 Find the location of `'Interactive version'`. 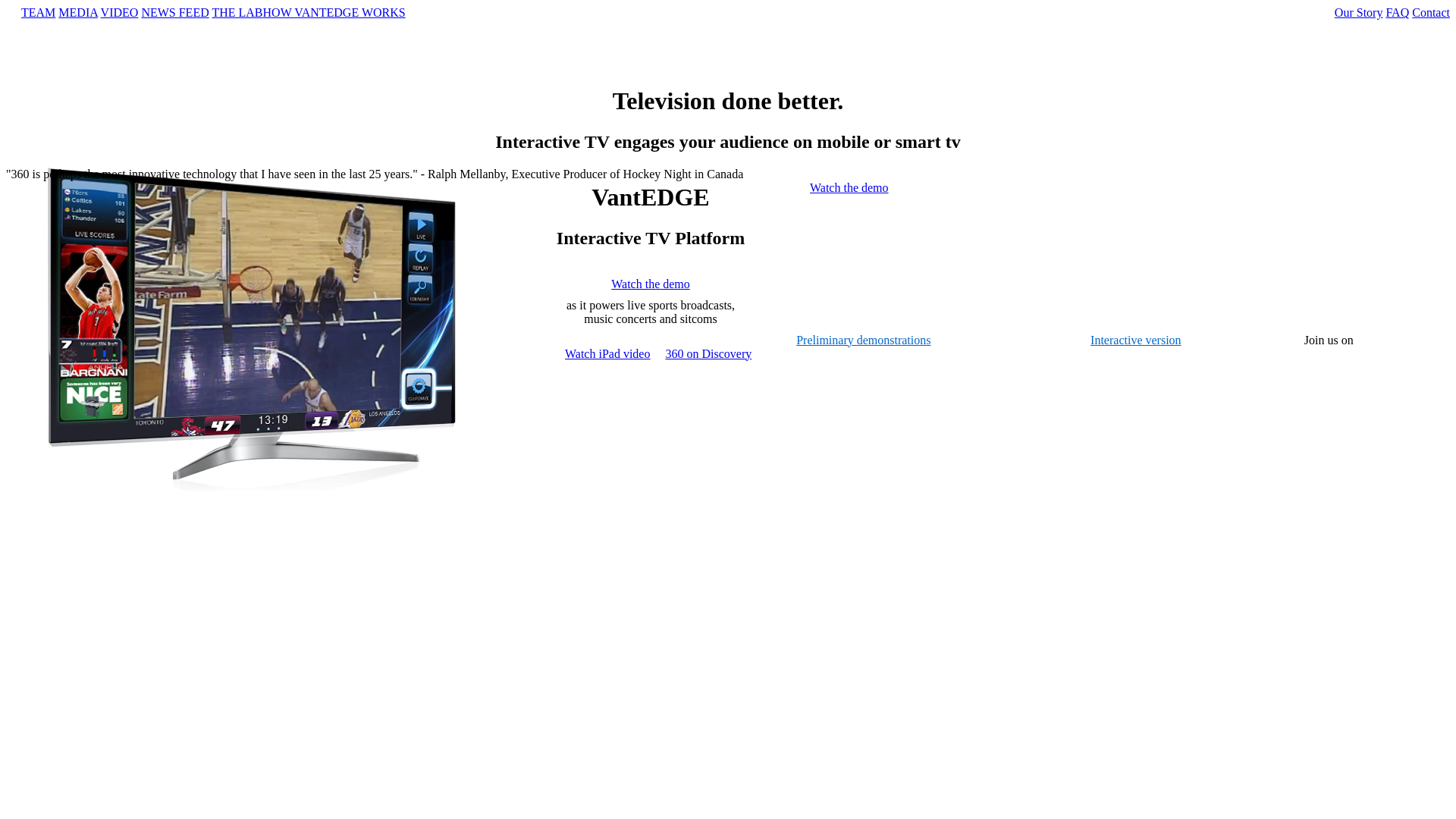

'Interactive version' is located at coordinates (1135, 339).